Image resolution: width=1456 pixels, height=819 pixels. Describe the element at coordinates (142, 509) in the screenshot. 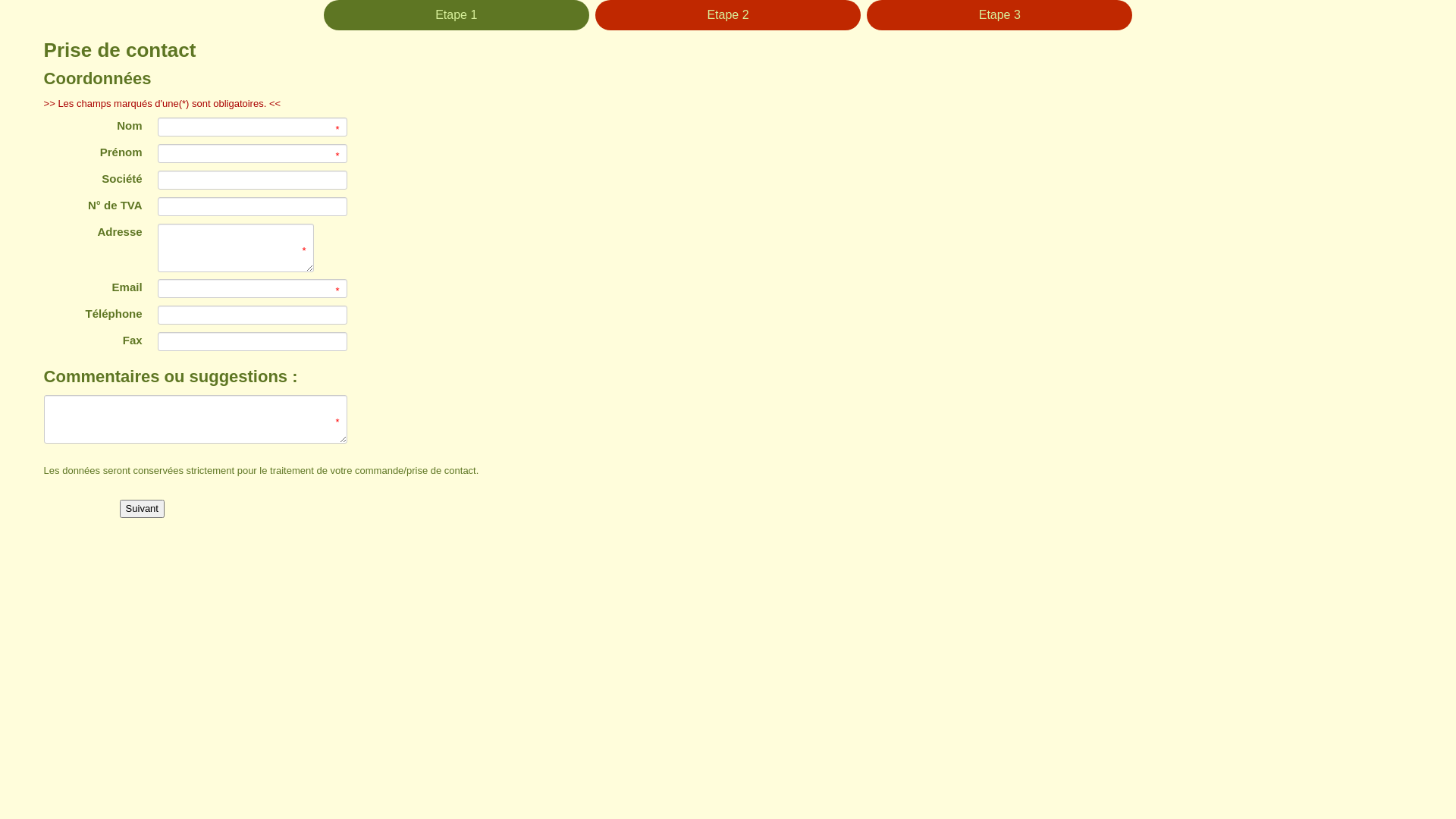

I see `'Suivant'` at that location.